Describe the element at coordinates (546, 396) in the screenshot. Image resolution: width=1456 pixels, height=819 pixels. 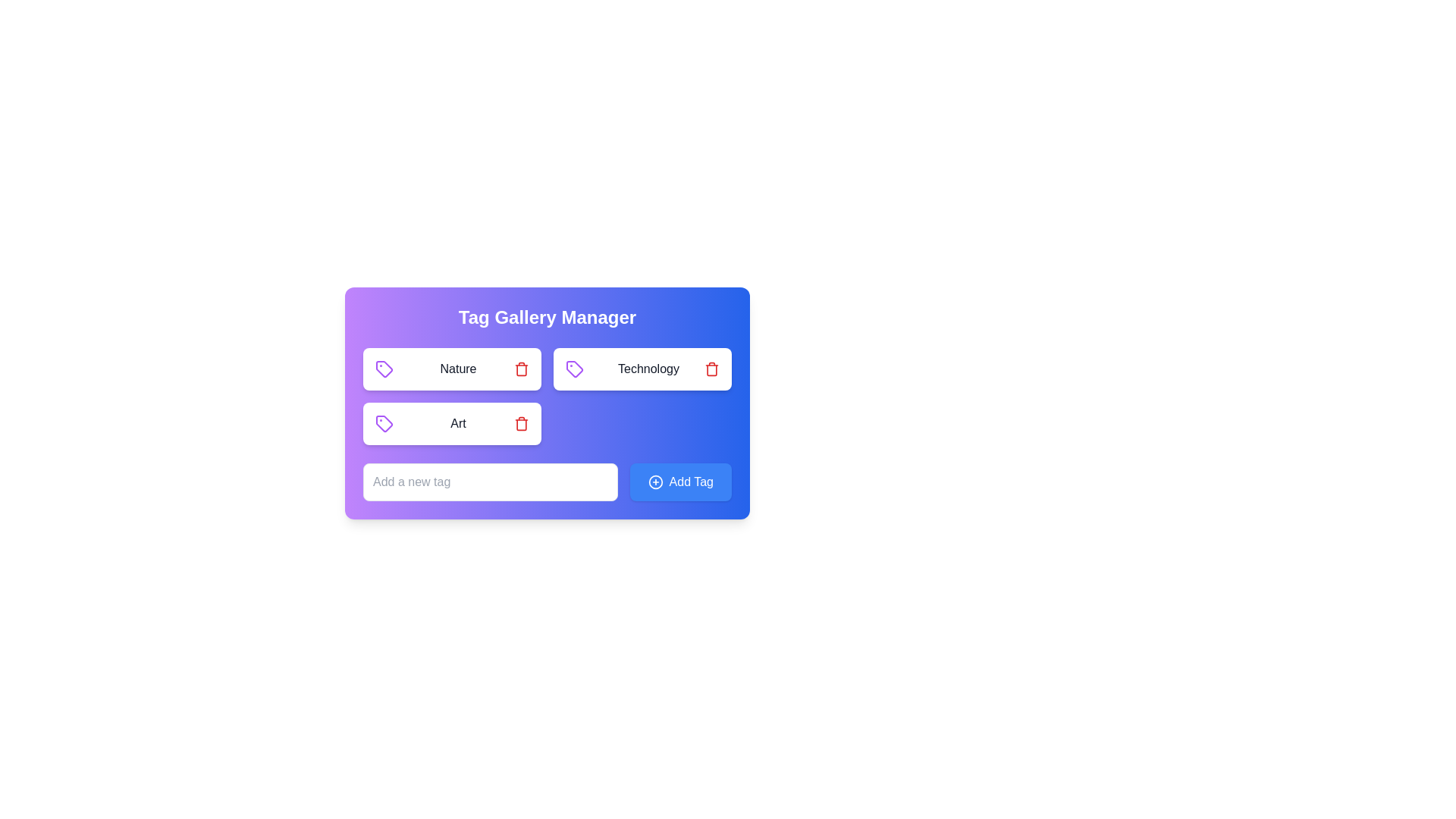
I see `the 'Art' card located in the bottom-left position of the grid within the Tag Gallery Manager` at that location.